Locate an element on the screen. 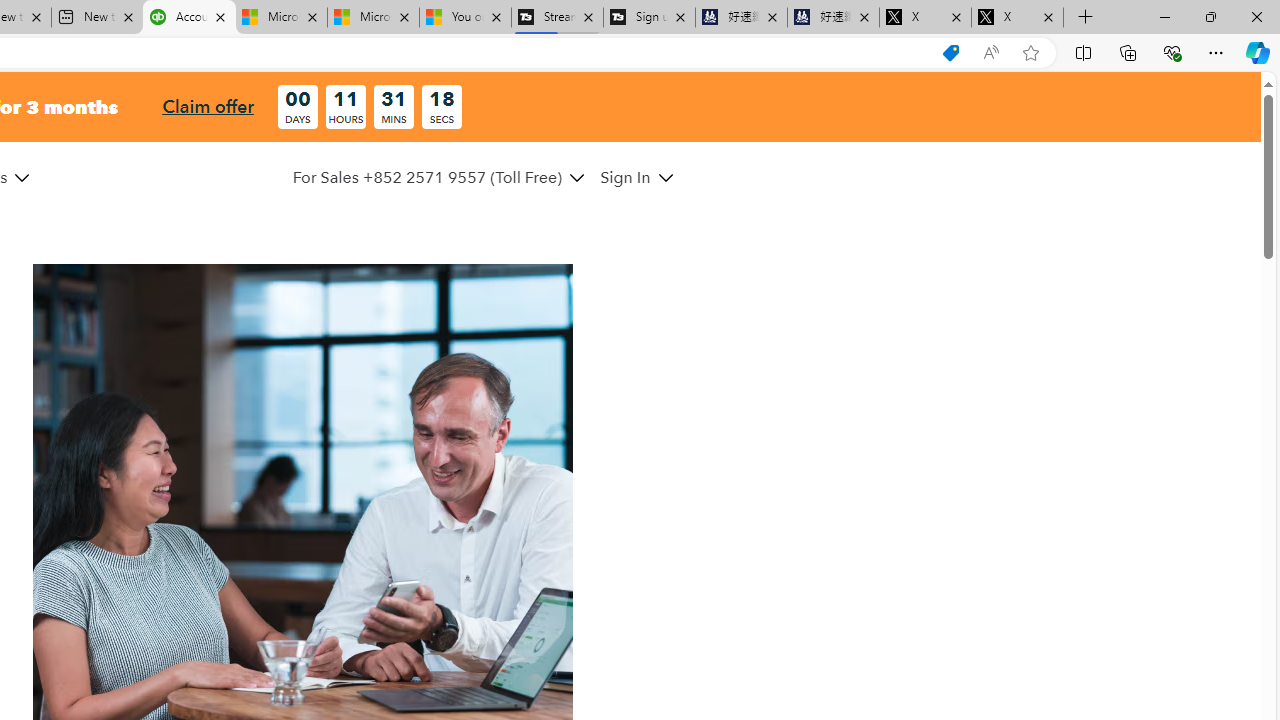  'Minimize' is located at coordinates (1164, 16).